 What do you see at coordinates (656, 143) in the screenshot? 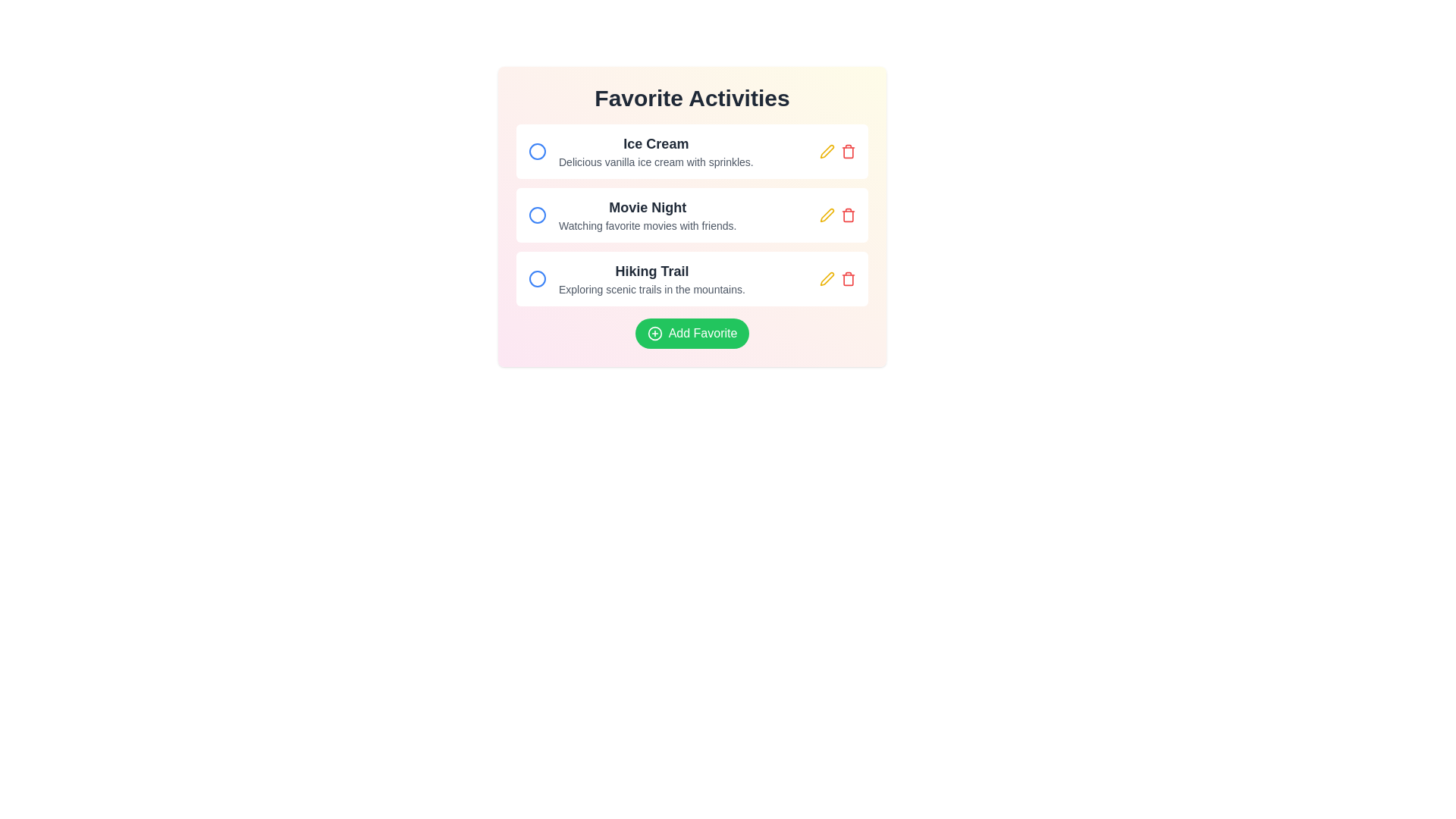
I see `the bold text label displaying 'Ice Cream', which is located at the top part of a content block, above the descriptive text 'Delicious vanilla ice cream with sprinkles.'` at bounding box center [656, 143].